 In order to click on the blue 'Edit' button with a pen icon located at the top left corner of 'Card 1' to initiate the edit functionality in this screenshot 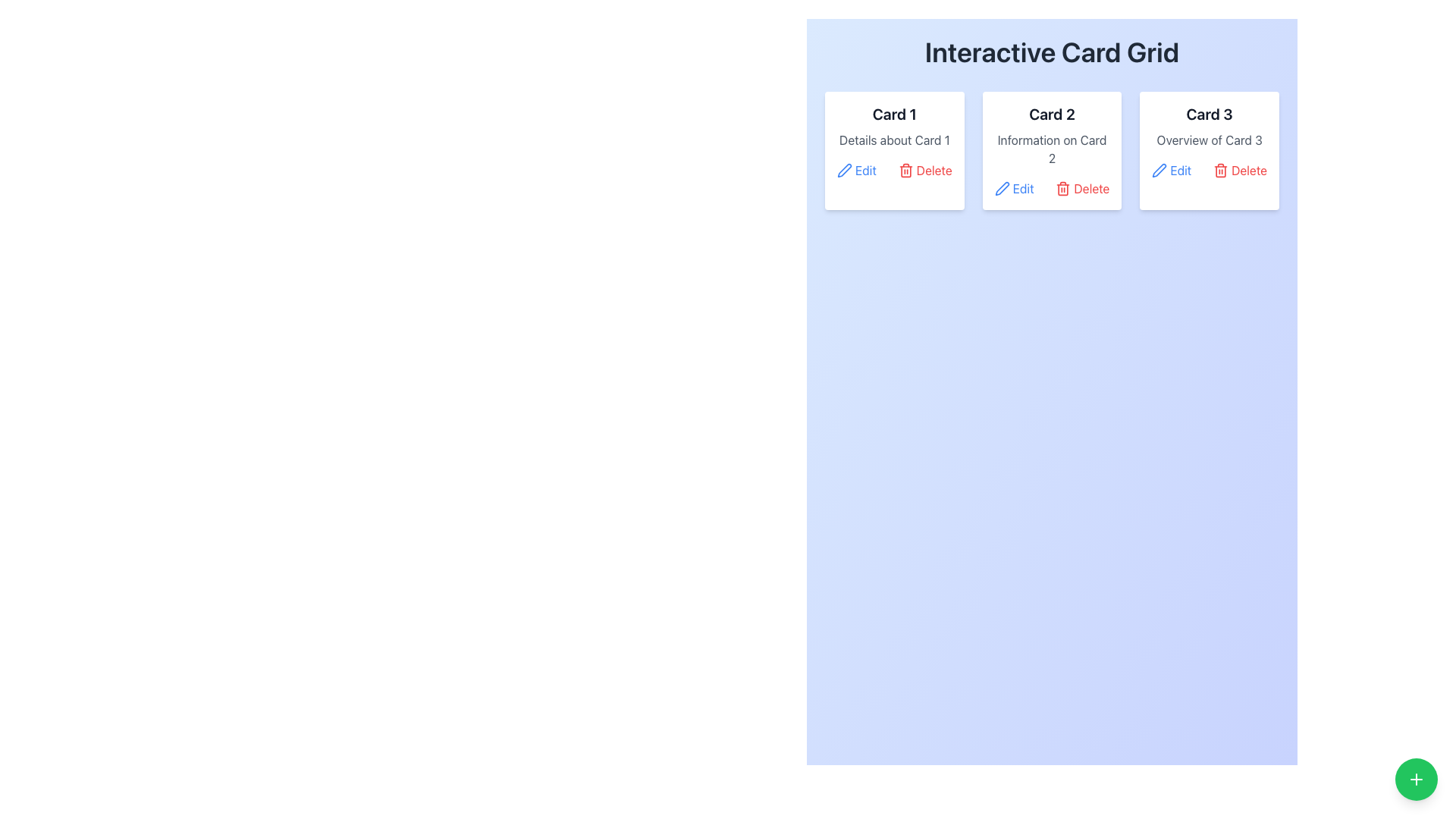, I will do `click(856, 170)`.